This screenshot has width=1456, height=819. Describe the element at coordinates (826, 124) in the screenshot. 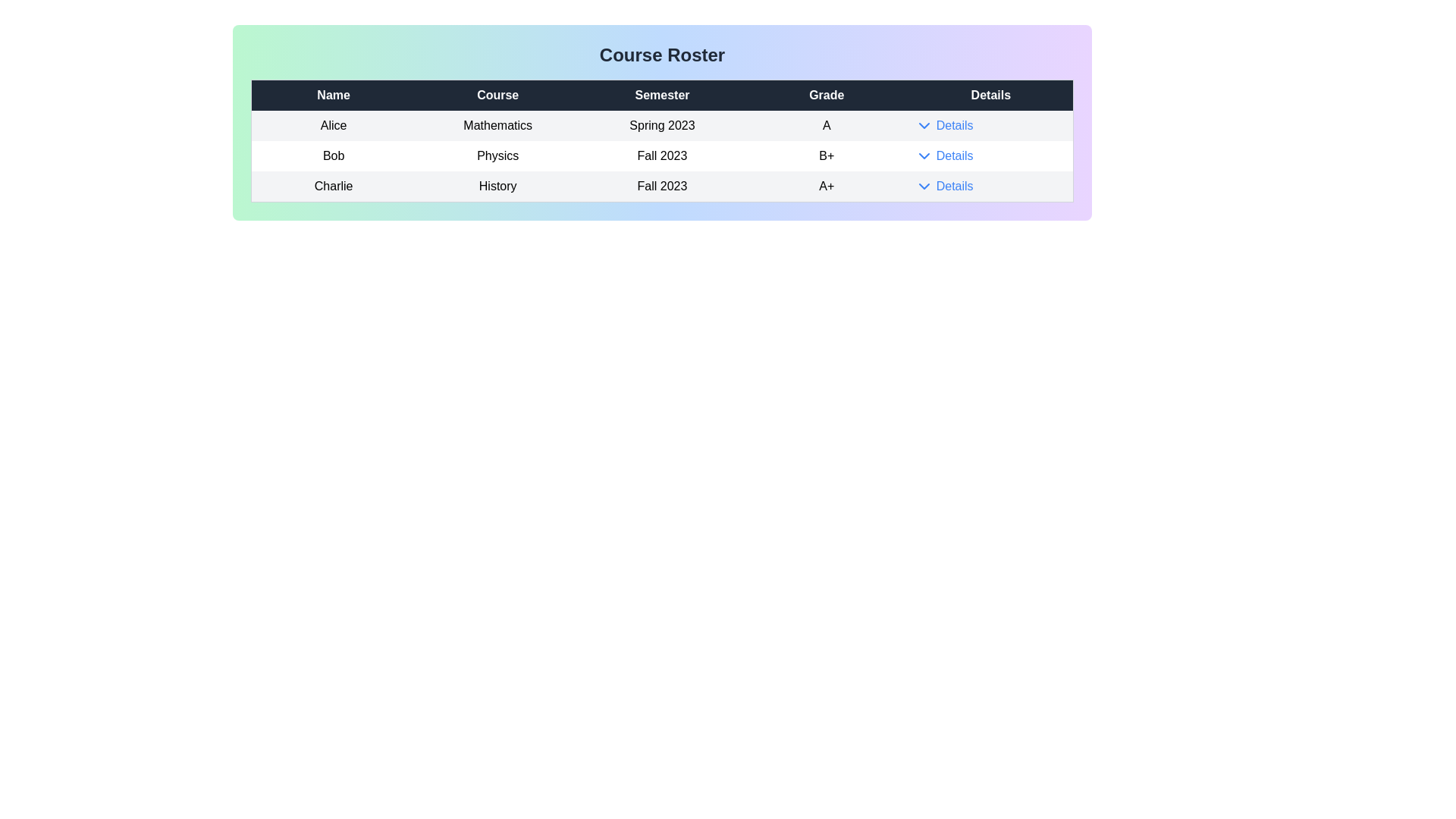

I see `the grade 'A' text for 'Alice' in the fourth cell of the table's 'Grade' column` at that location.